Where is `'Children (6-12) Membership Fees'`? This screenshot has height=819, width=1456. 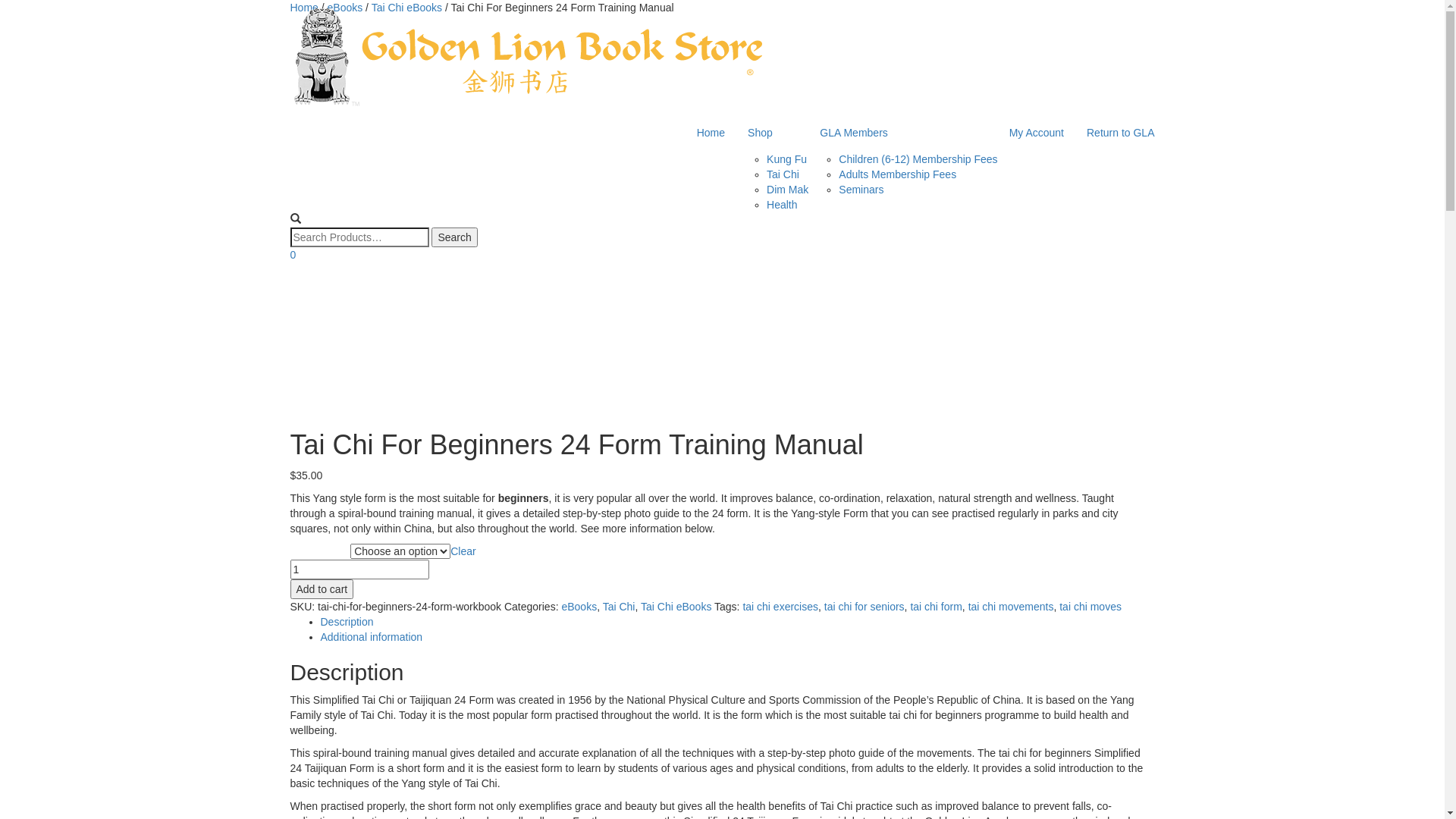 'Children (6-12) Membership Fees' is located at coordinates (917, 158).